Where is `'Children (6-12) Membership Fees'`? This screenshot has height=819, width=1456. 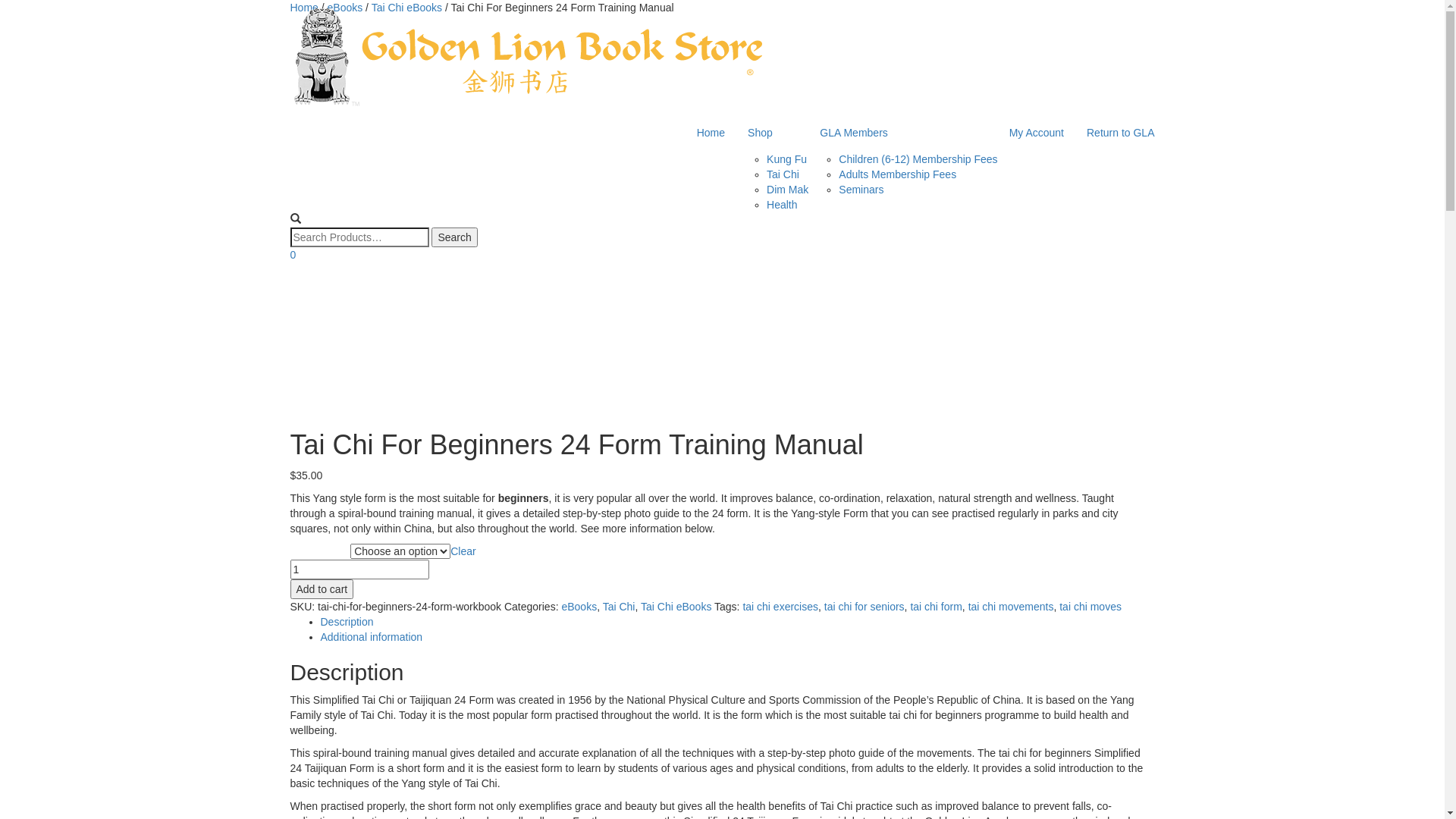 'Children (6-12) Membership Fees' is located at coordinates (917, 158).